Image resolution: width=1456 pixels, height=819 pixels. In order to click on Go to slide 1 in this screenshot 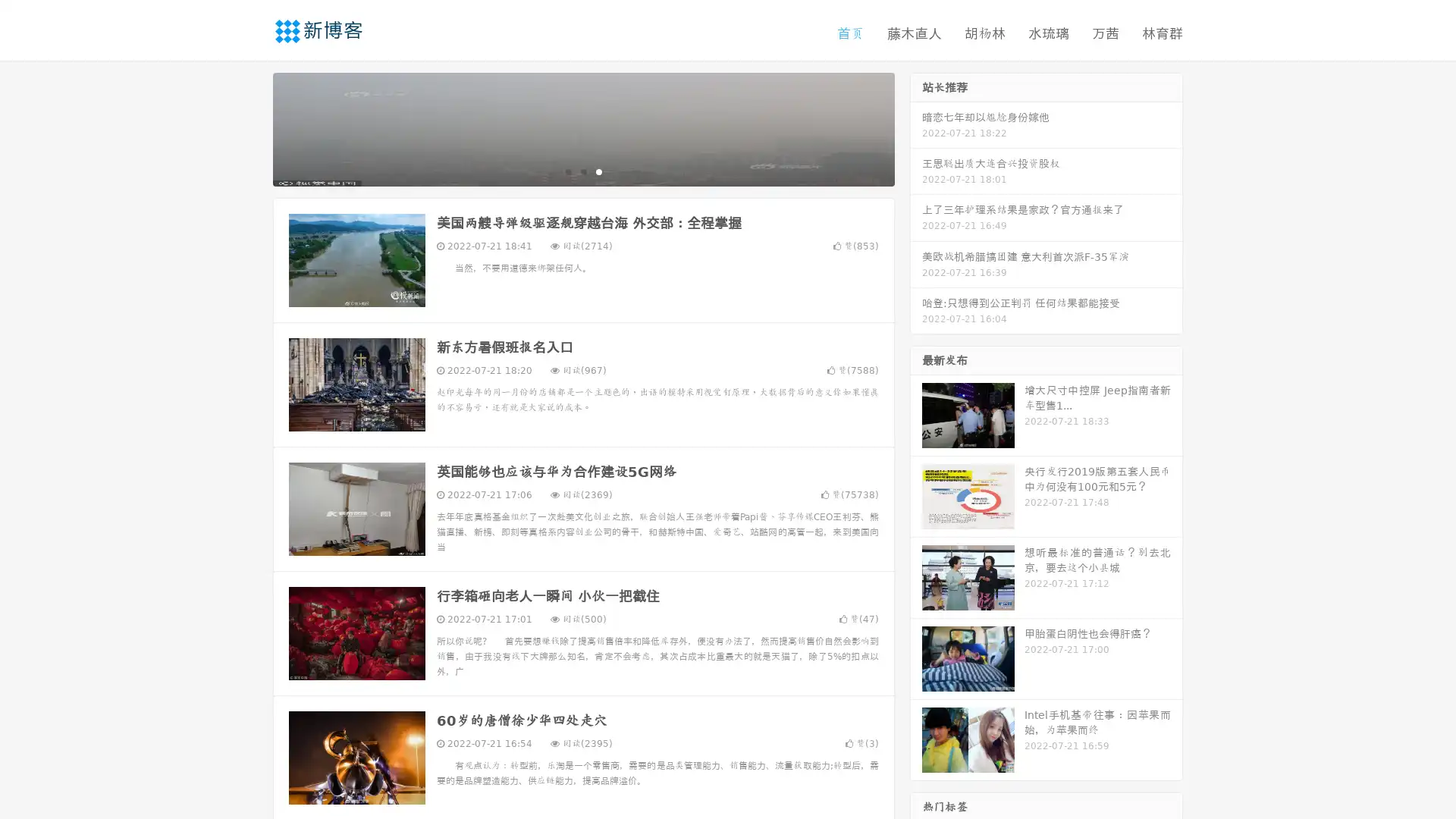, I will do `click(567, 171)`.